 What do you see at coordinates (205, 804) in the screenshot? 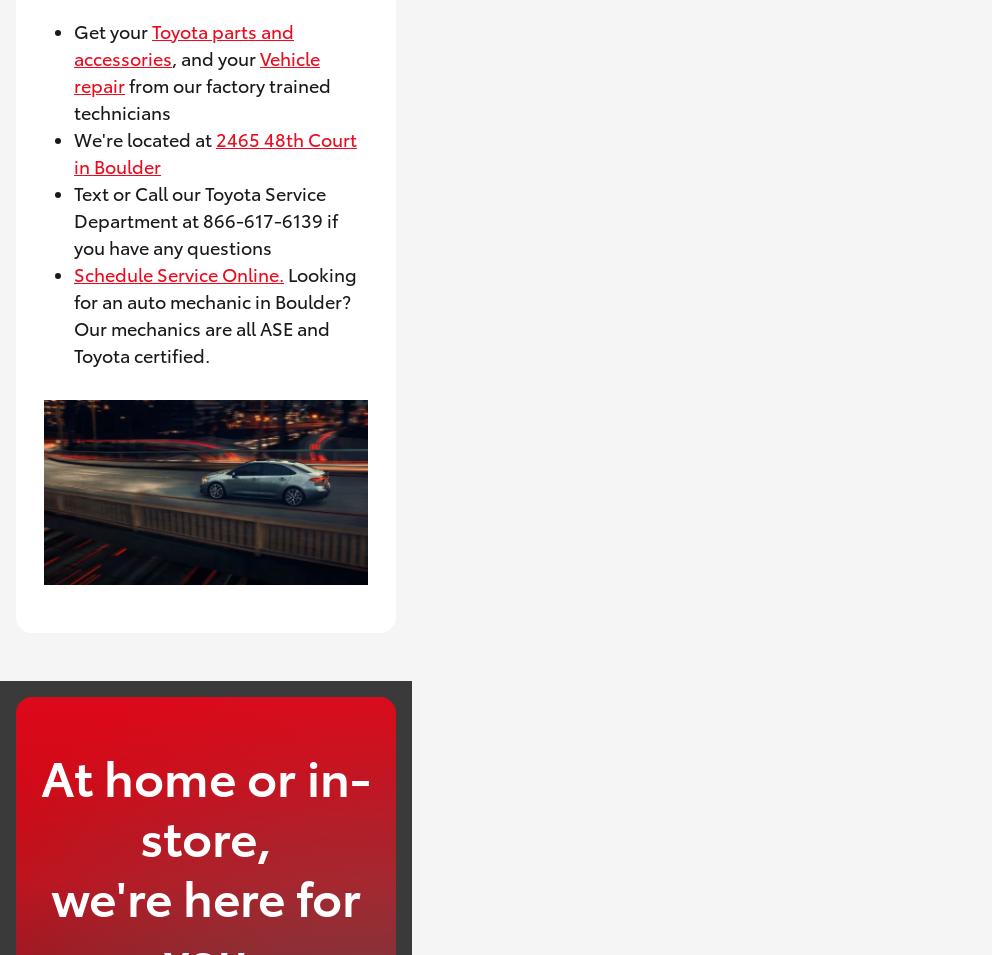
I see `'At home or in-store,'` at bounding box center [205, 804].